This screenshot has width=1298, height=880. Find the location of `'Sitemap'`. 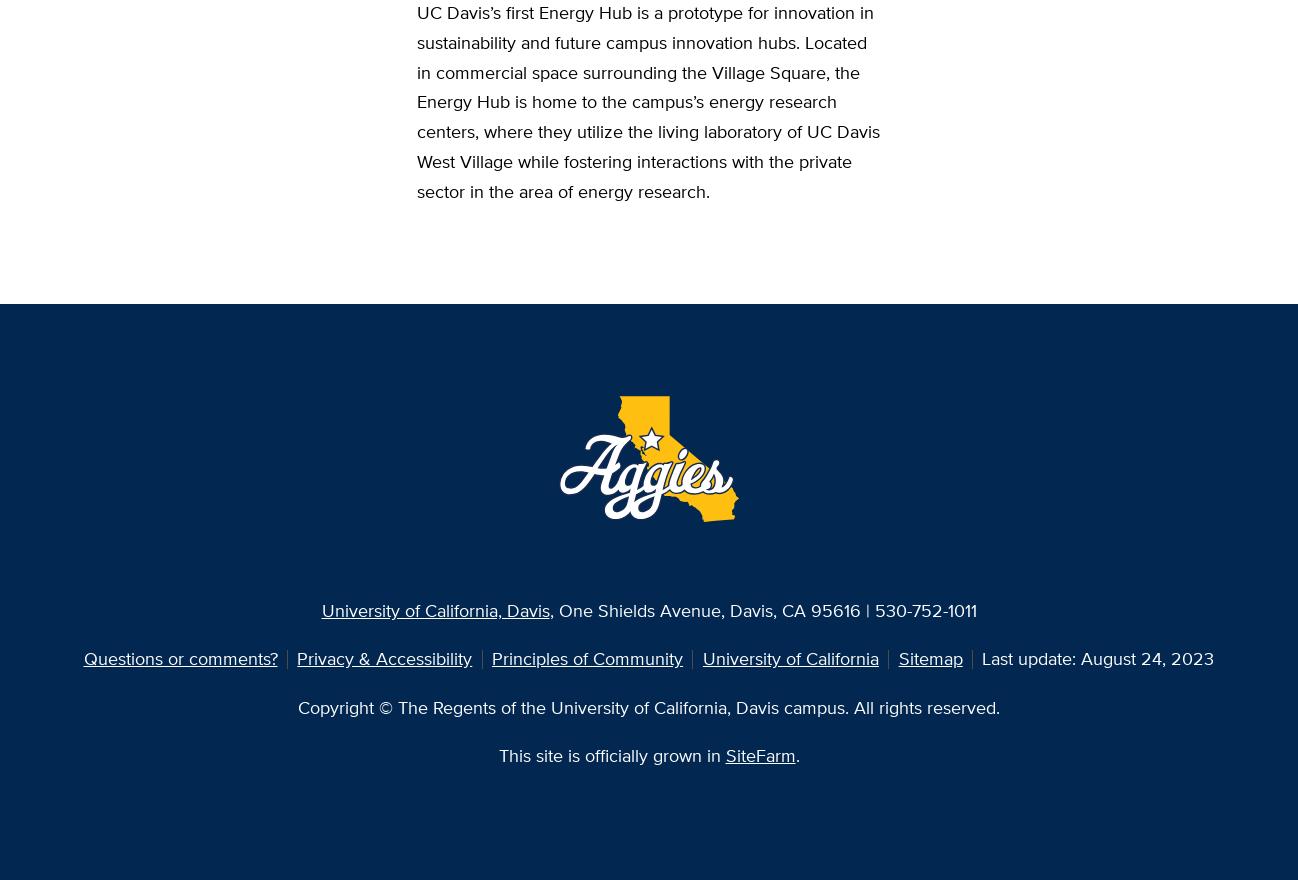

'Sitemap' is located at coordinates (929, 658).